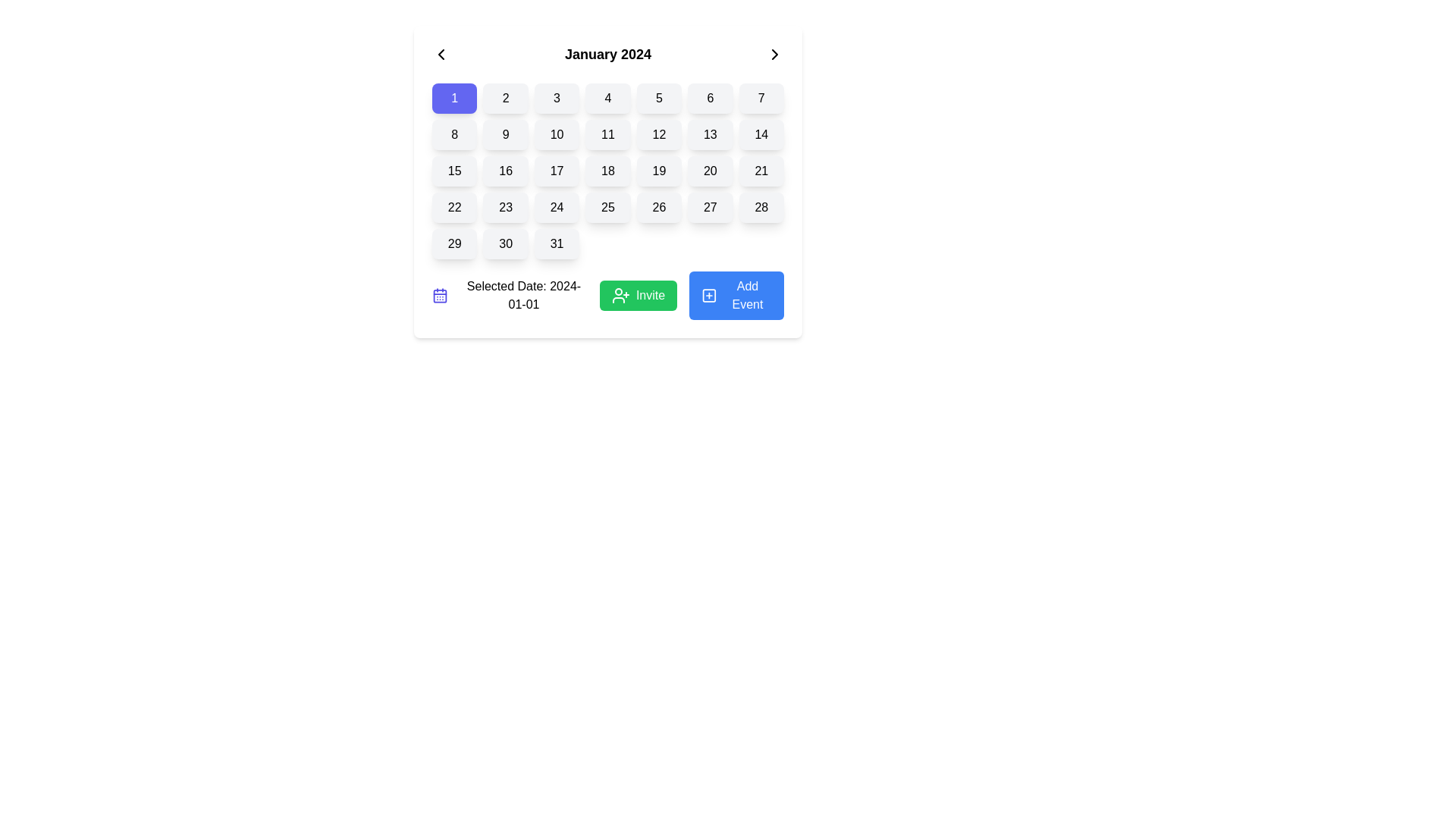 The image size is (1456, 819). What do you see at coordinates (556, 207) in the screenshot?
I see `the interactive calendar day button labeled '24'` at bounding box center [556, 207].